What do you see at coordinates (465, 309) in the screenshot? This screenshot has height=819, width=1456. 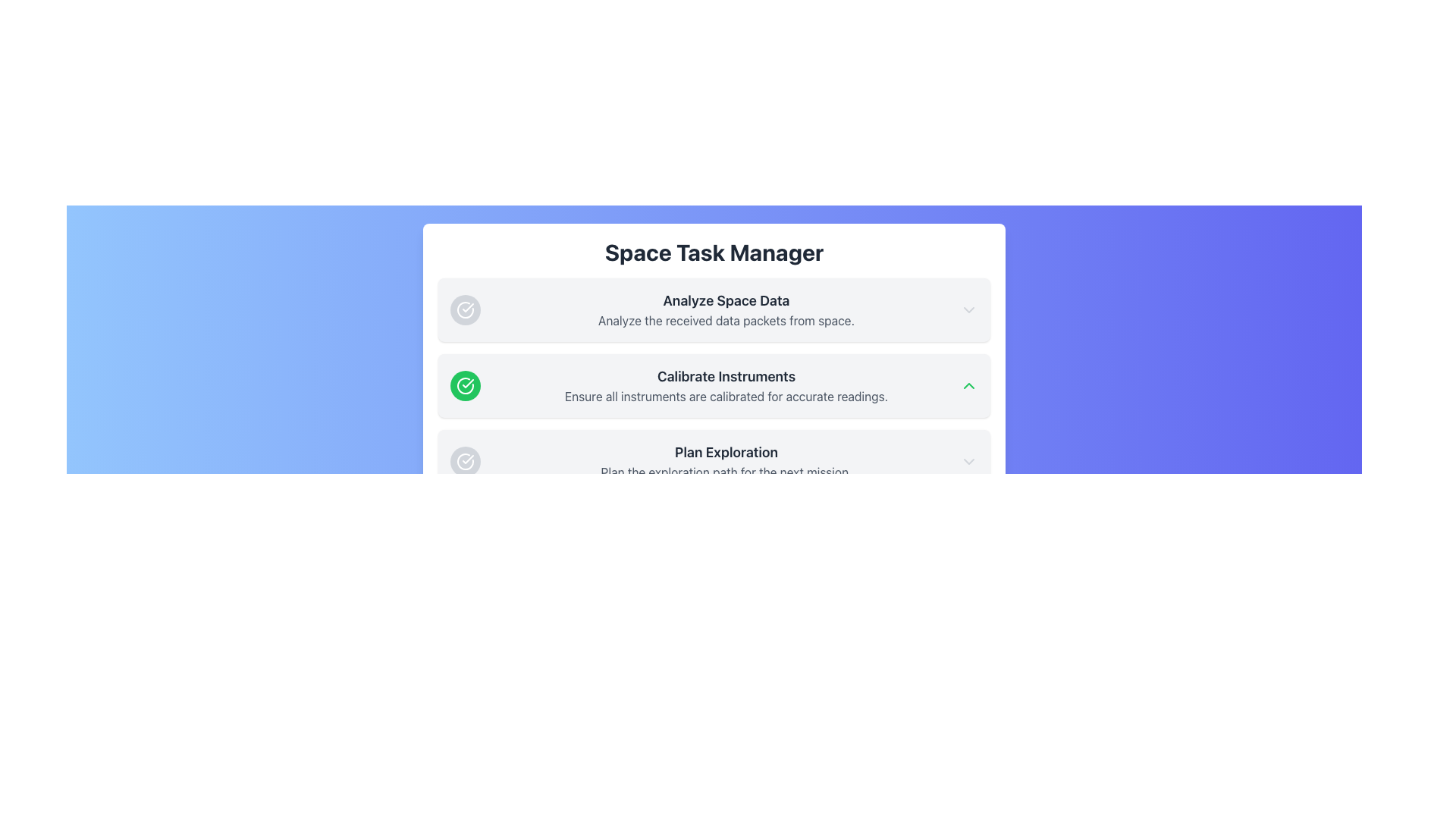 I see `the circular segment element of the icon on the left side of the 'Calibrate Instruments' task panel` at bounding box center [465, 309].